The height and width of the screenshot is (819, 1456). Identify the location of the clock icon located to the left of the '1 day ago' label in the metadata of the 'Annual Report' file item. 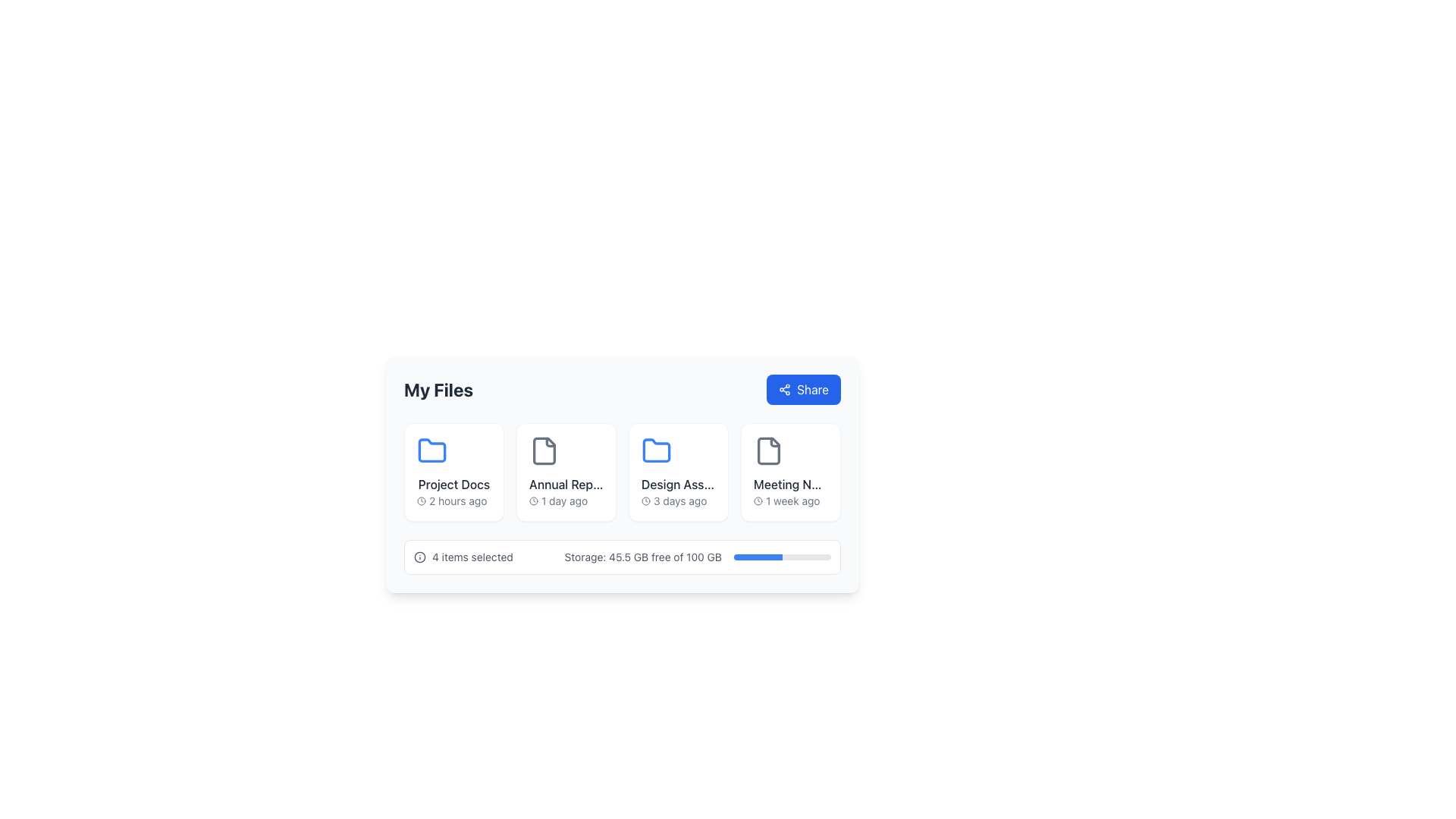
(534, 500).